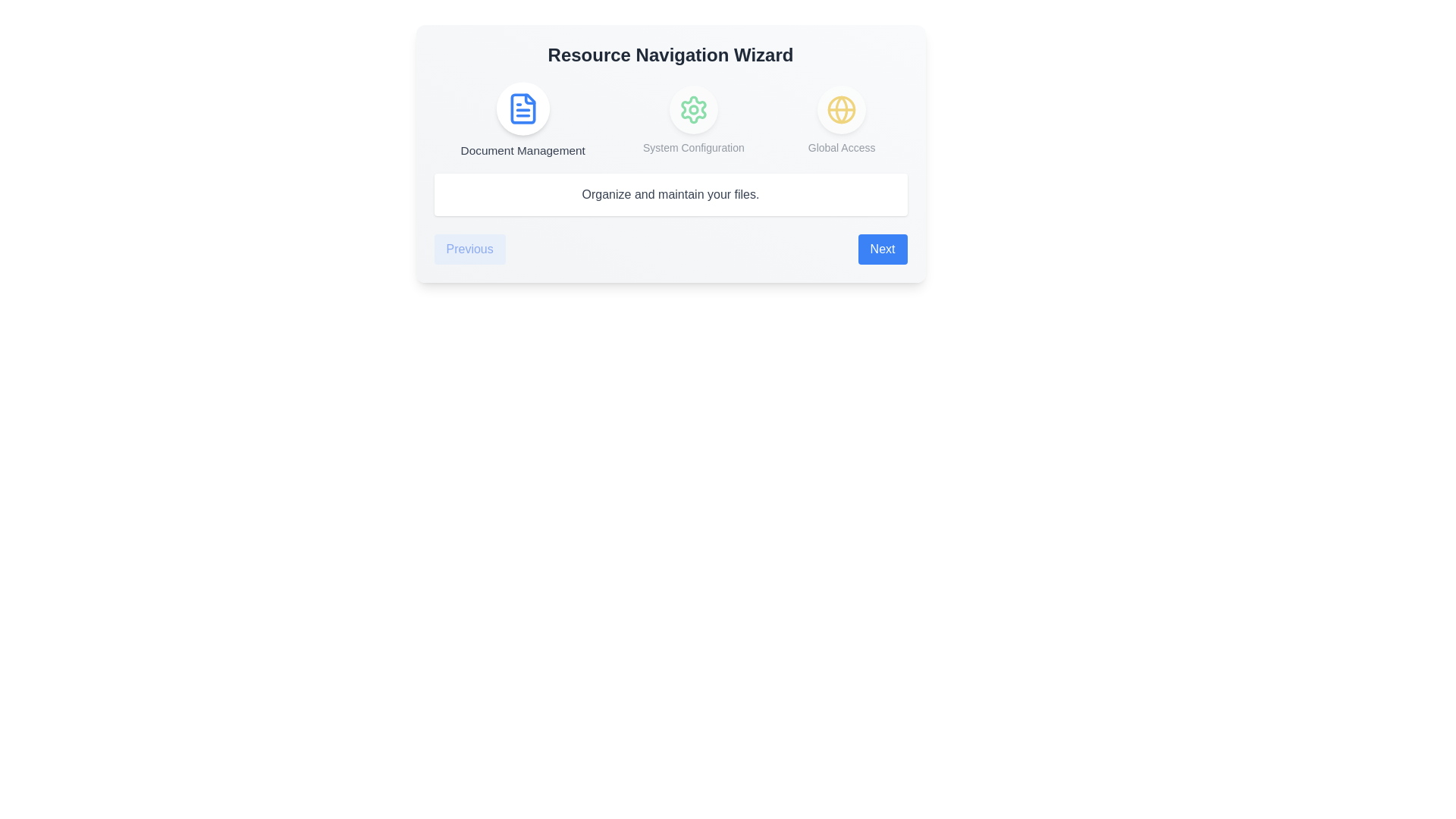 The image size is (1456, 819). I want to click on the description text below the icons to read it, so click(670, 194).